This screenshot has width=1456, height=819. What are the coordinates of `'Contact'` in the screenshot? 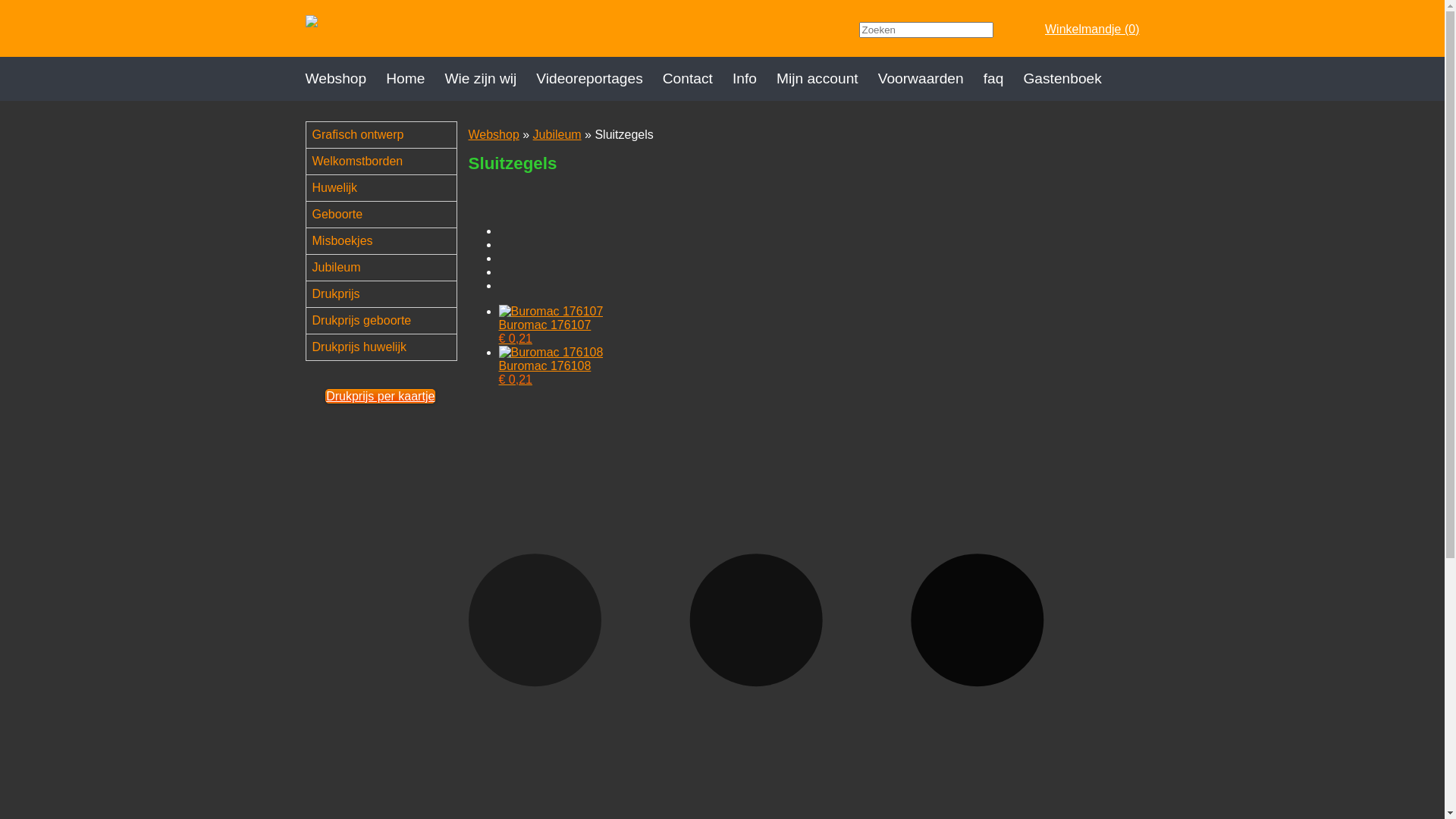 It's located at (697, 79).